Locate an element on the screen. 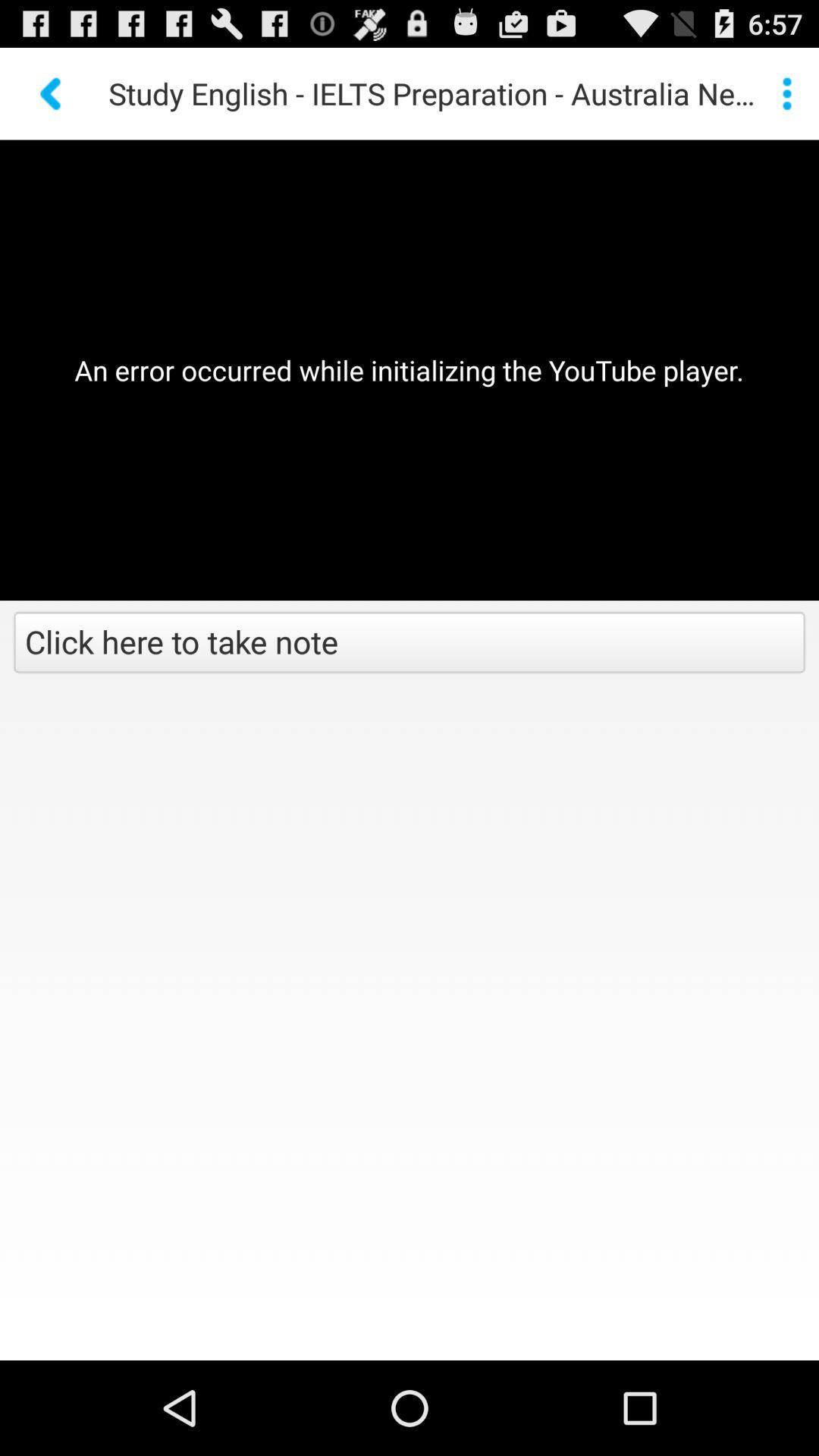 The height and width of the screenshot is (1456, 819). app at the center is located at coordinates (409, 644).